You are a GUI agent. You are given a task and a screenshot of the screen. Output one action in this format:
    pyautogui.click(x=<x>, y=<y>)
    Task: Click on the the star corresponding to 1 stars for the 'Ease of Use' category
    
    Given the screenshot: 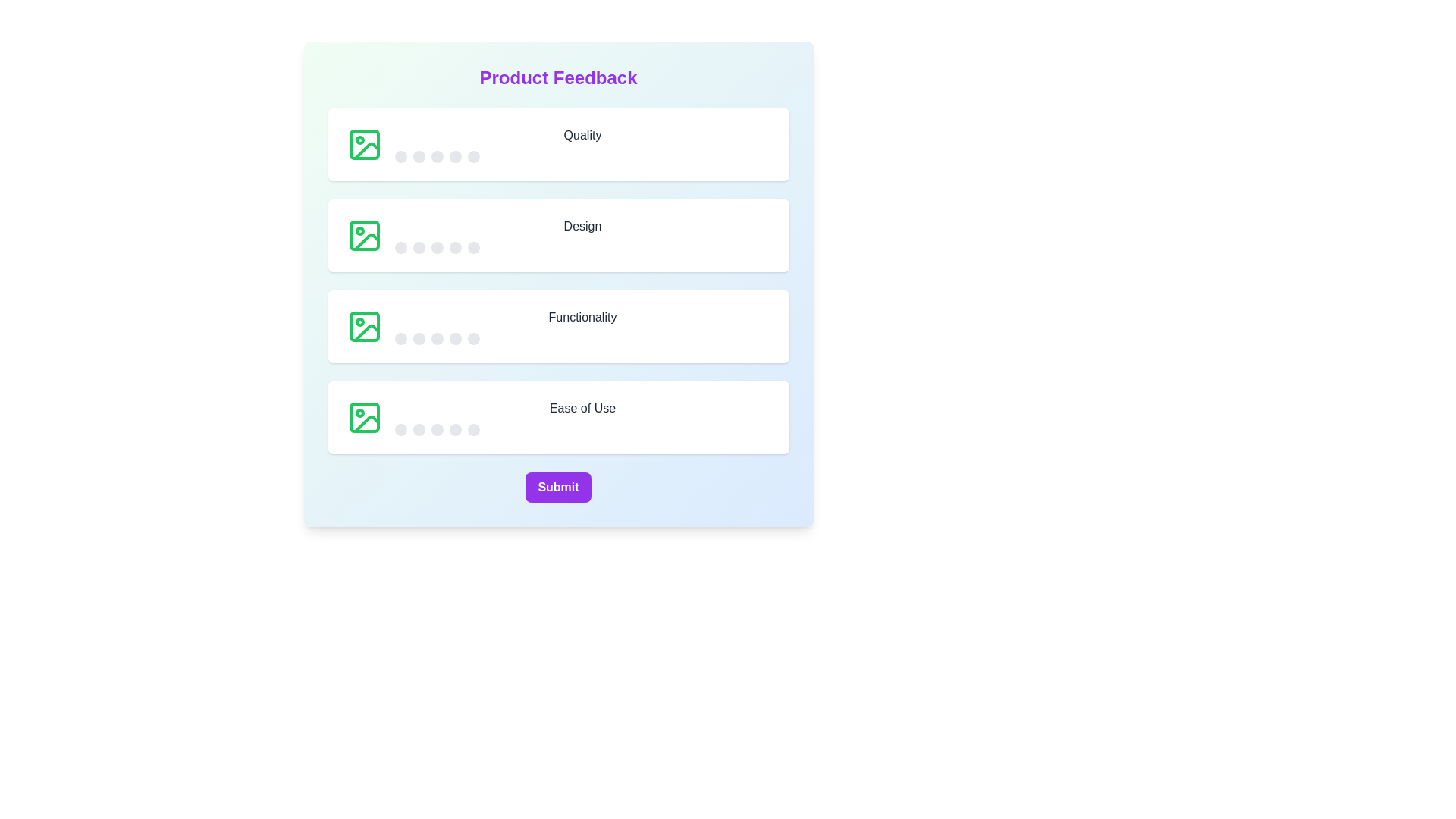 What is the action you would take?
    pyautogui.click(x=400, y=430)
    